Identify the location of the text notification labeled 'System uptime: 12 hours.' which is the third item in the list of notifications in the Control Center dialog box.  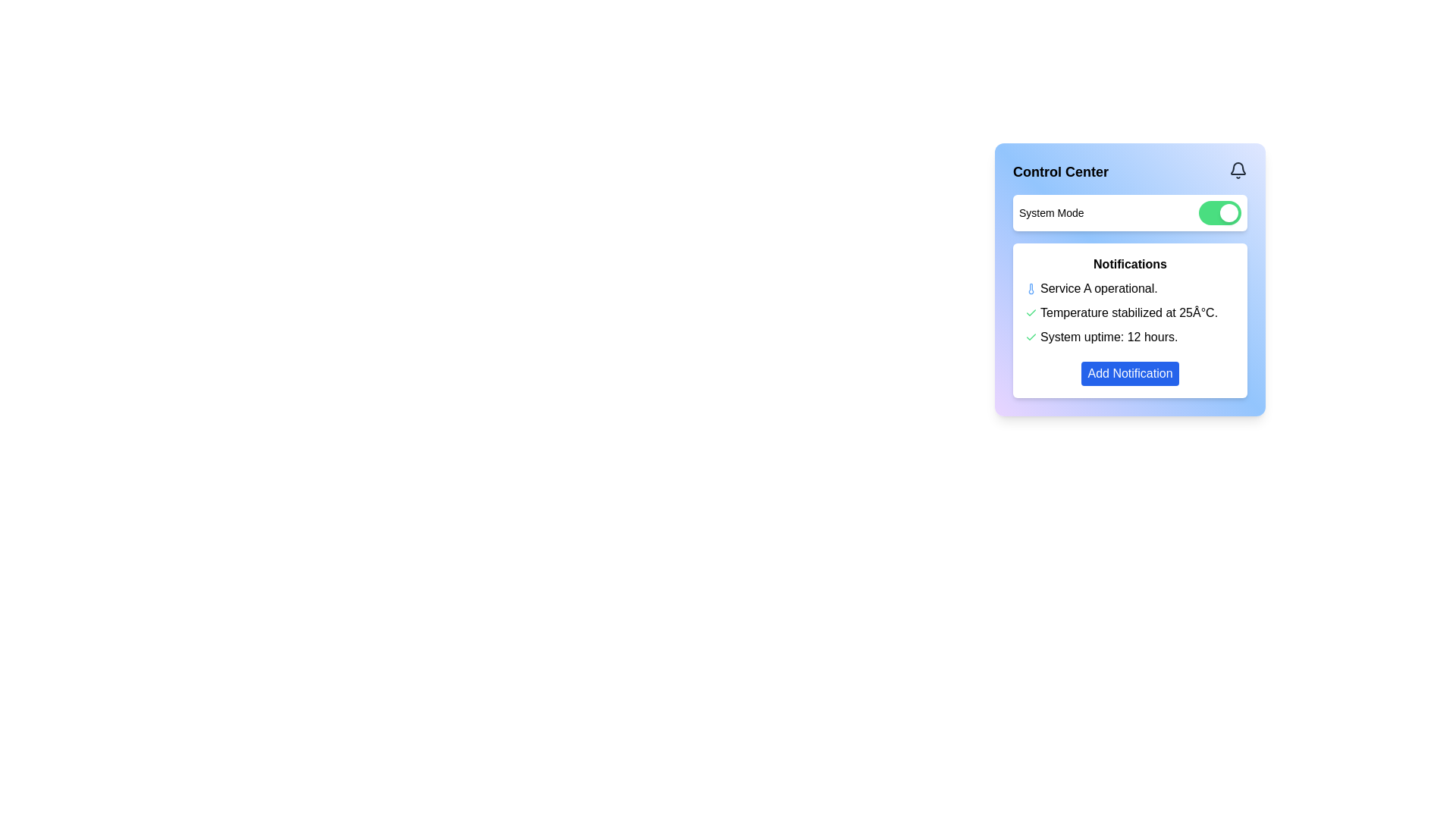
(1109, 336).